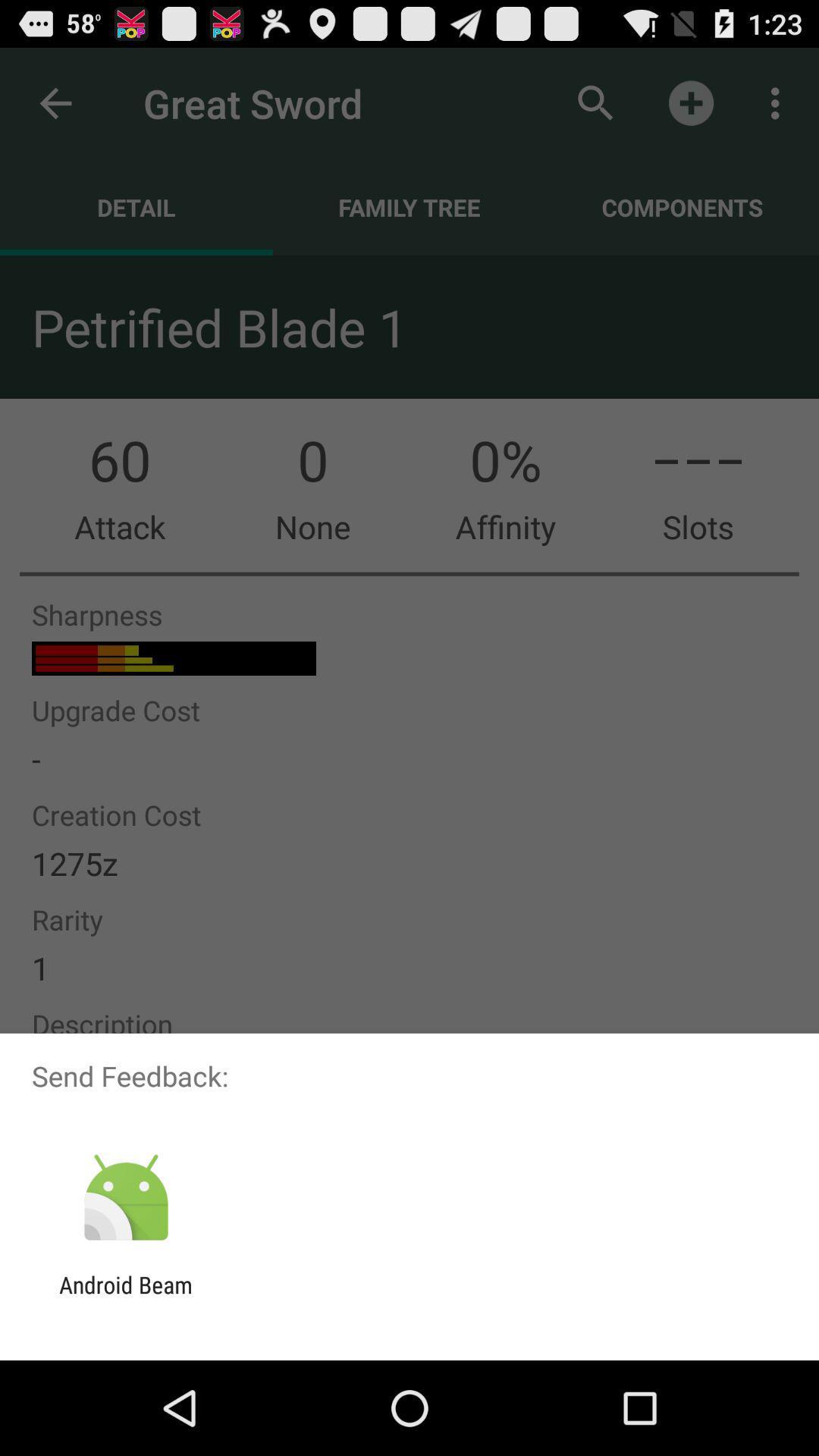 The image size is (819, 1456). What do you see at coordinates (125, 1298) in the screenshot?
I see `android beam icon` at bounding box center [125, 1298].